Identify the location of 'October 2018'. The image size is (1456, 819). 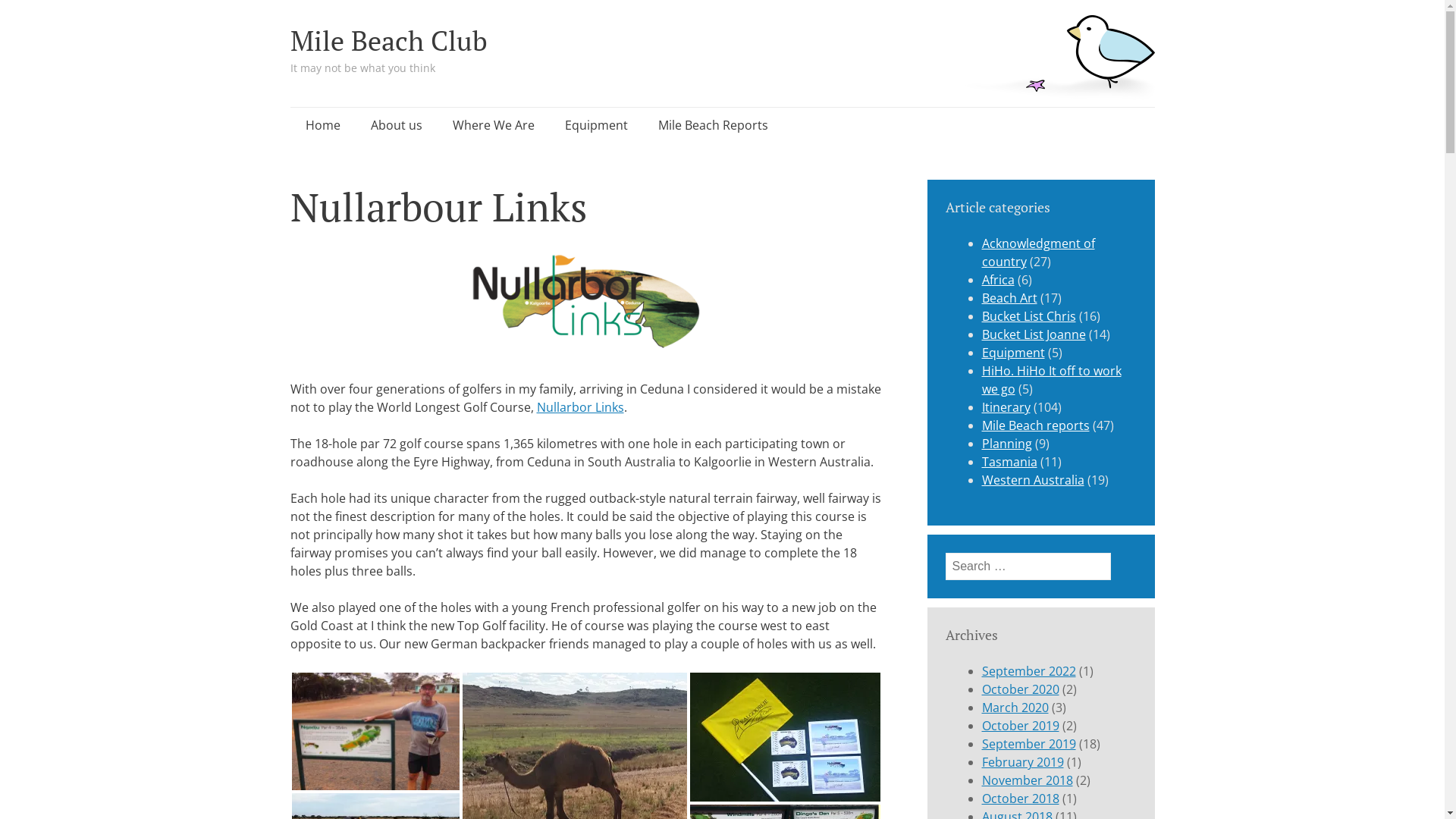
(1019, 798).